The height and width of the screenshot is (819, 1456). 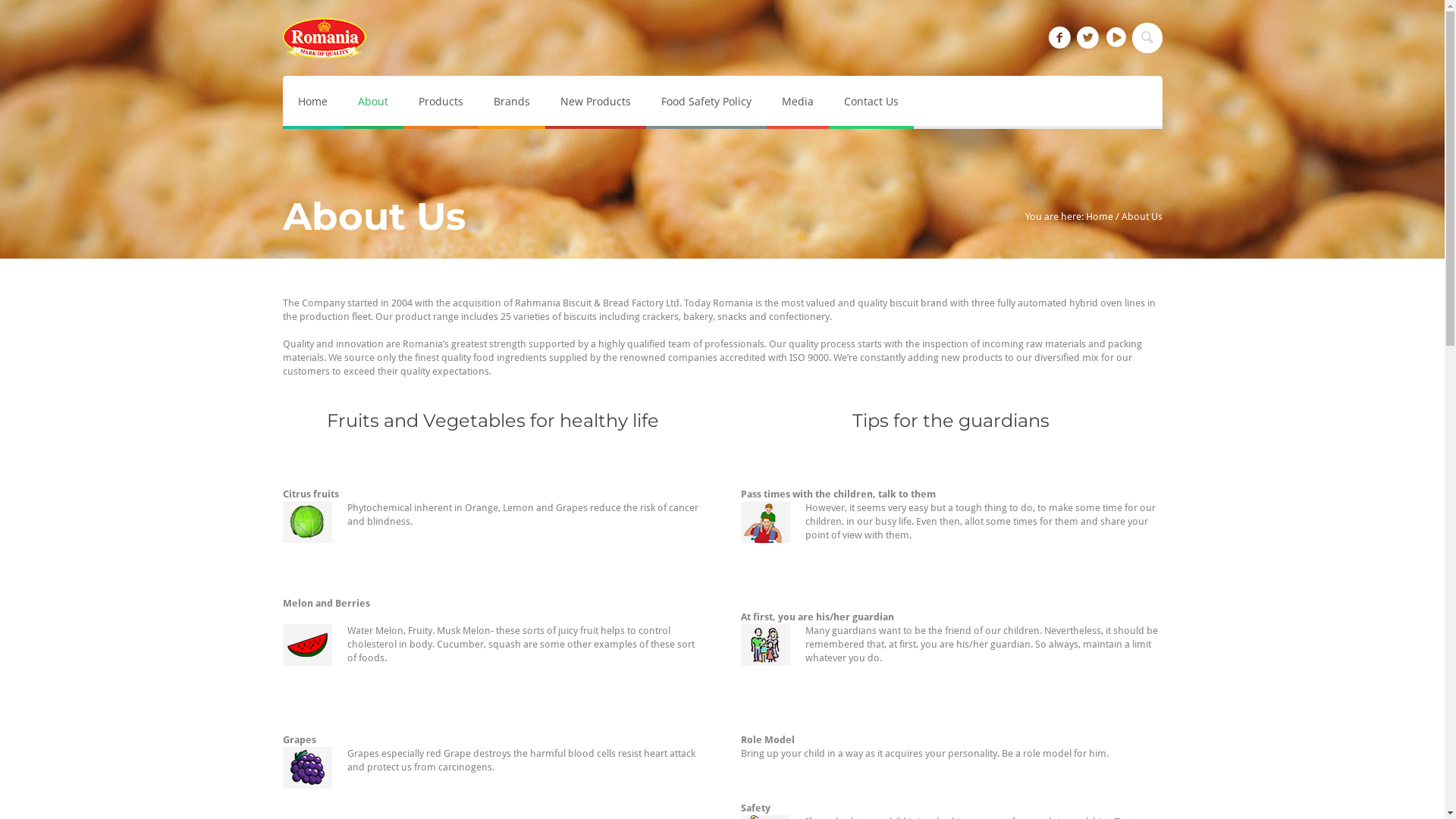 What do you see at coordinates (796, 102) in the screenshot?
I see `'Media'` at bounding box center [796, 102].